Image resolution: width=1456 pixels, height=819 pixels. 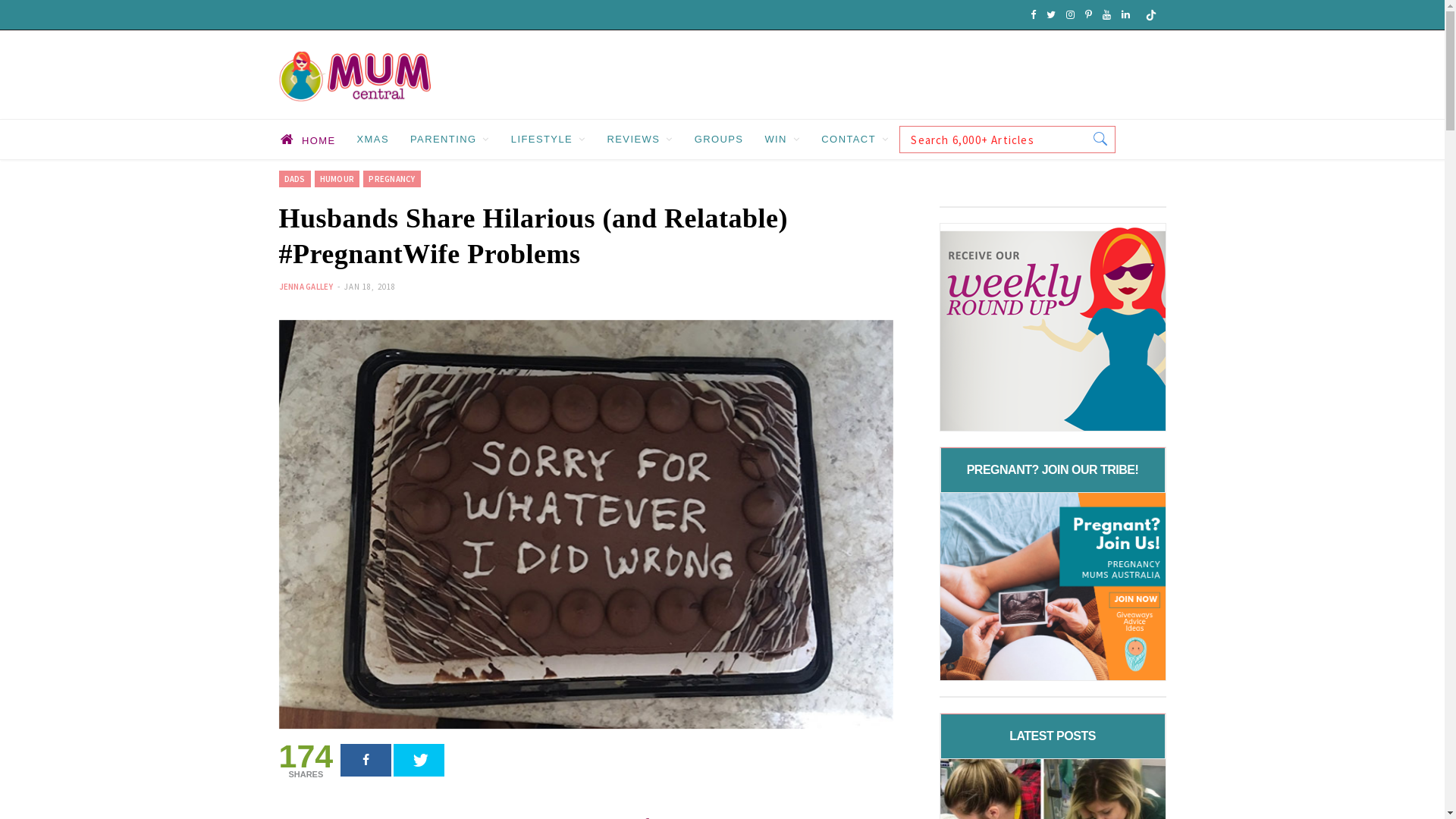 I want to click on 'JENNA GALLEY', so click(x=305, y=287).